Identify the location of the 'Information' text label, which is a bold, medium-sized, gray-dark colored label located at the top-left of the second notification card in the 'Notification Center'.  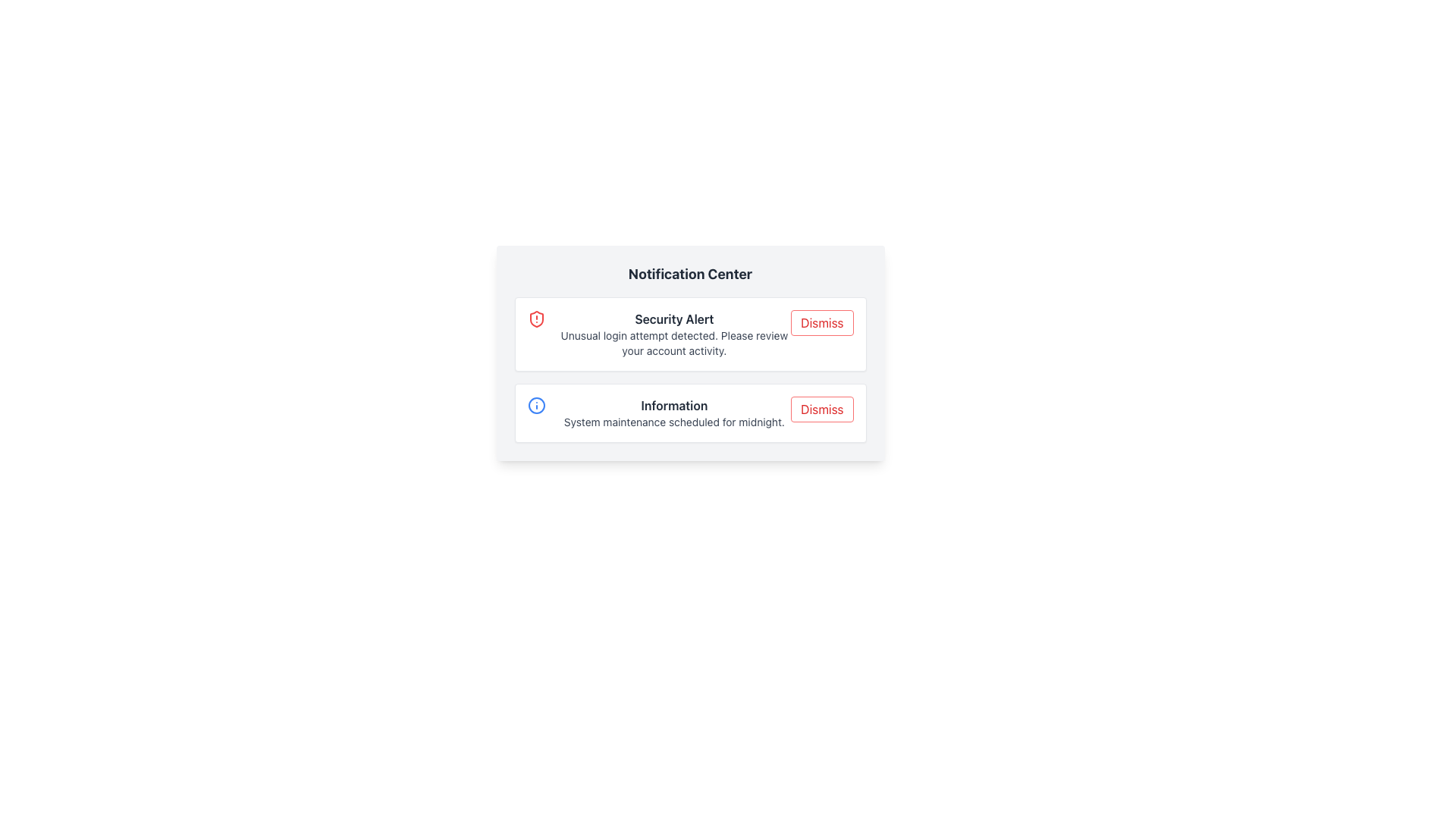
(673, 405).